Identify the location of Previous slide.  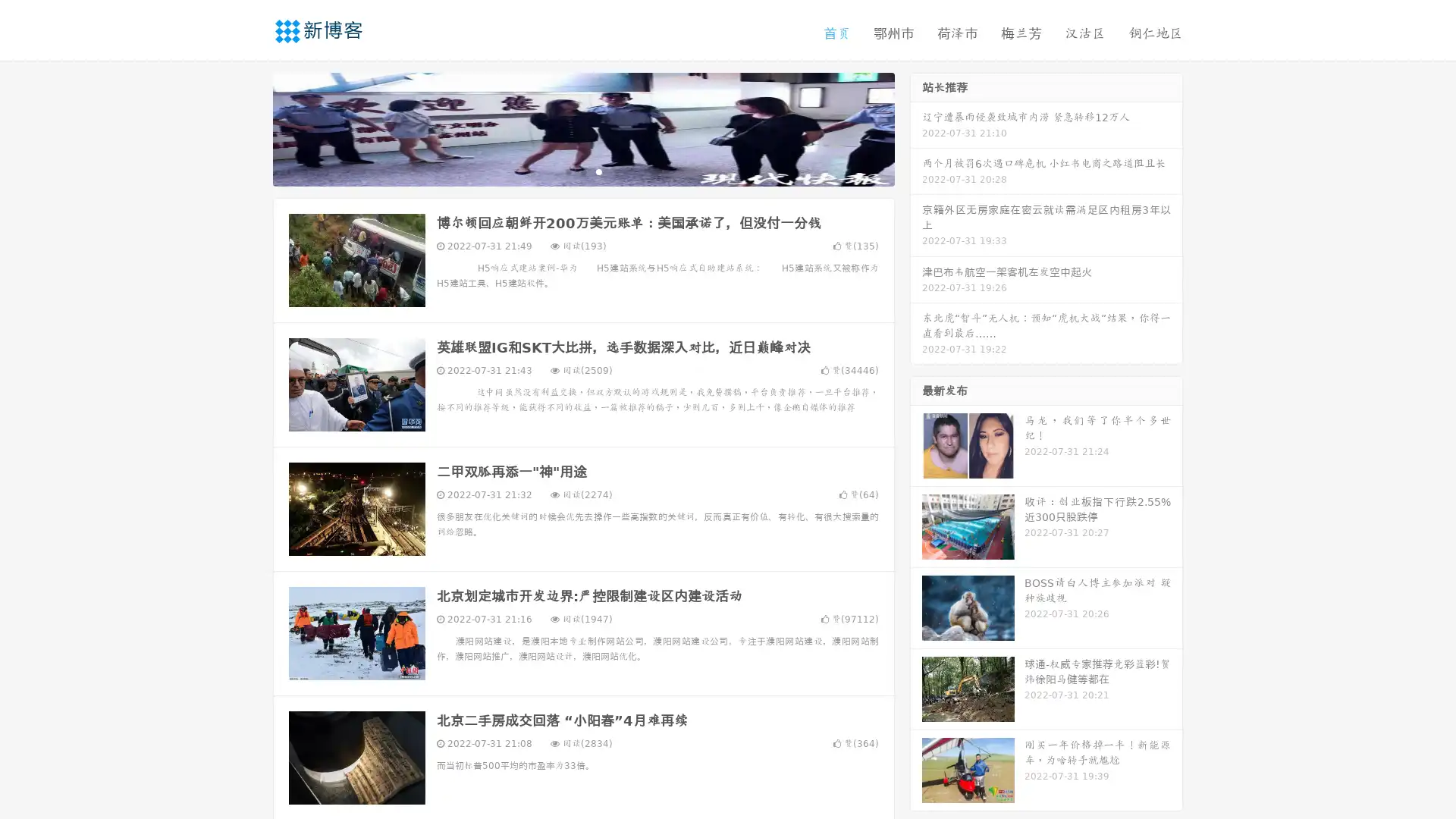
(250, 127).